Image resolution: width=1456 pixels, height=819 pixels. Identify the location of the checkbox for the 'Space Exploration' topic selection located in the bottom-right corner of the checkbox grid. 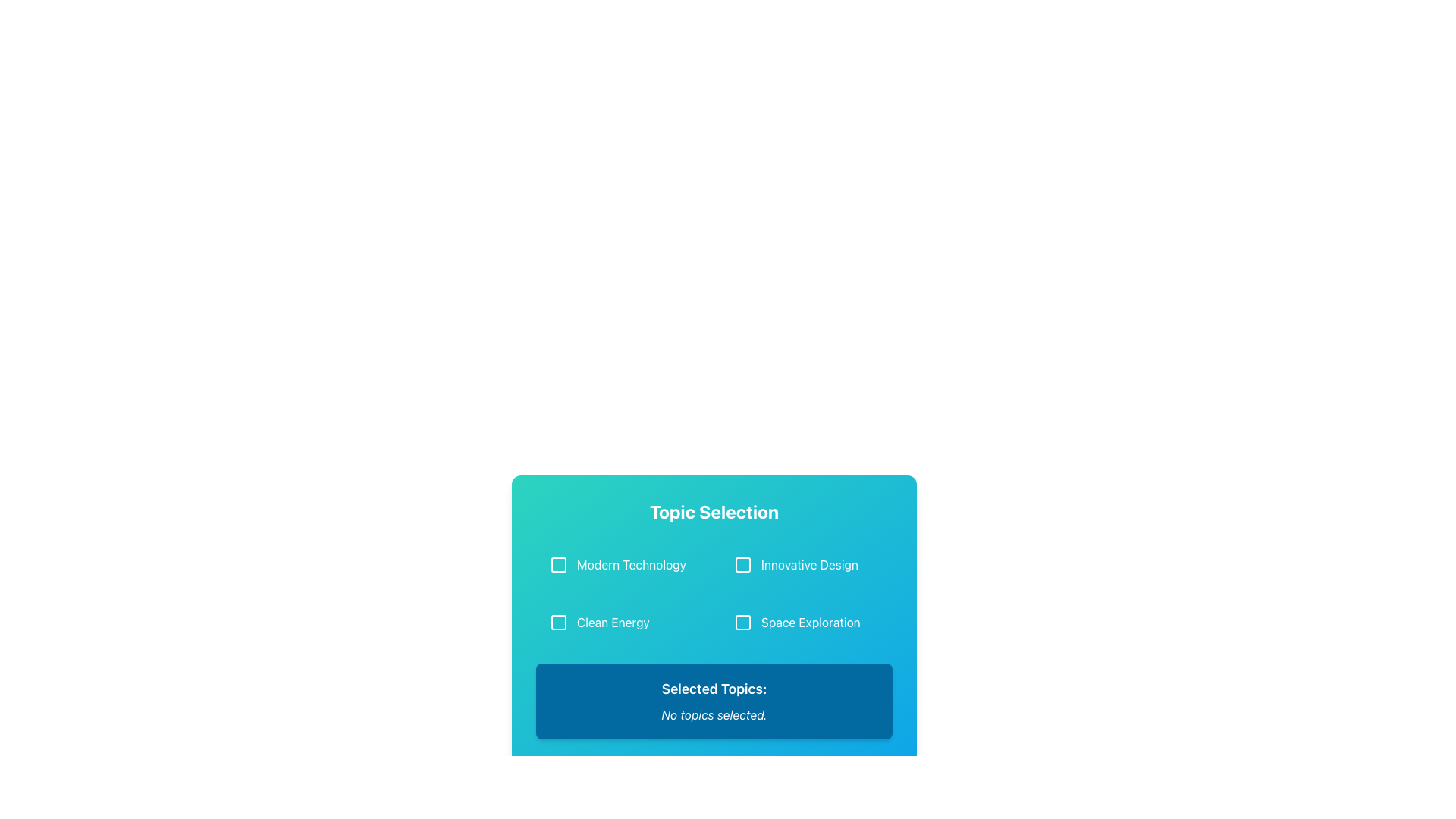
(742, 623).